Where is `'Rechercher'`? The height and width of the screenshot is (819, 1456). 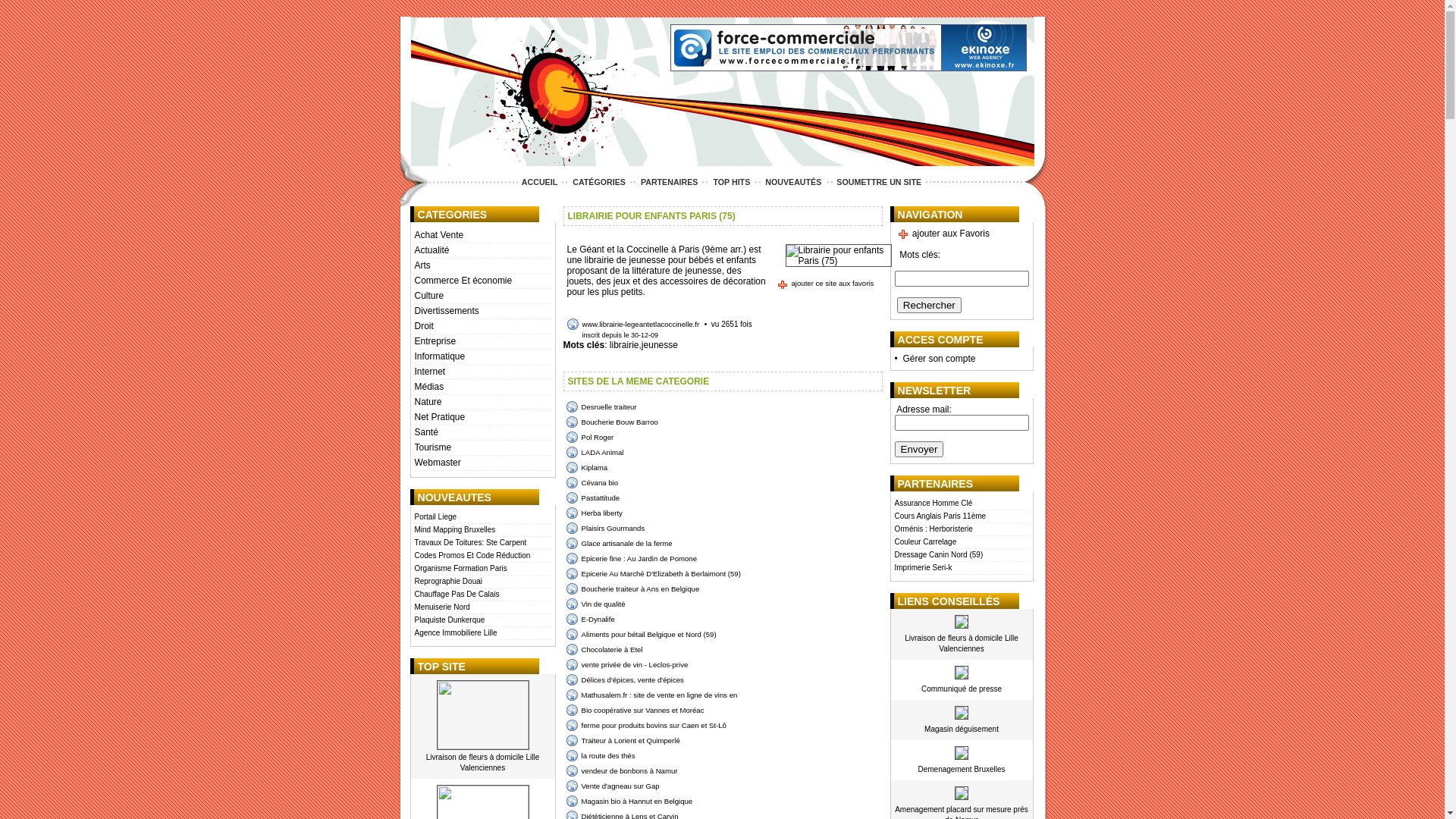
'Rechercher' is located at coordinates (928, 305).